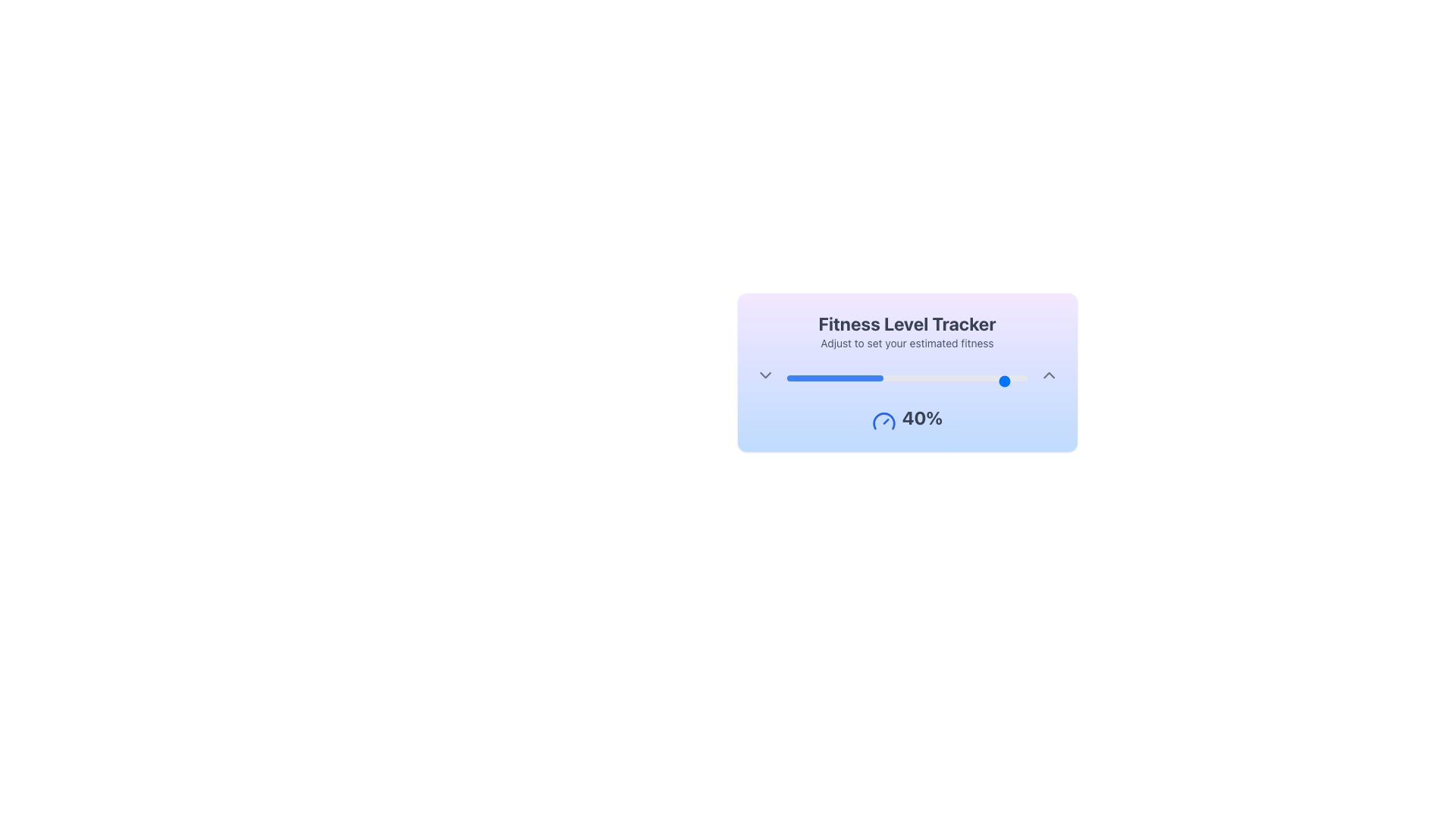  I want to click on the blue gauge icon located to the left of the '40%' text in the 'Fitness Level Tracker' panel, so click(883, 421).